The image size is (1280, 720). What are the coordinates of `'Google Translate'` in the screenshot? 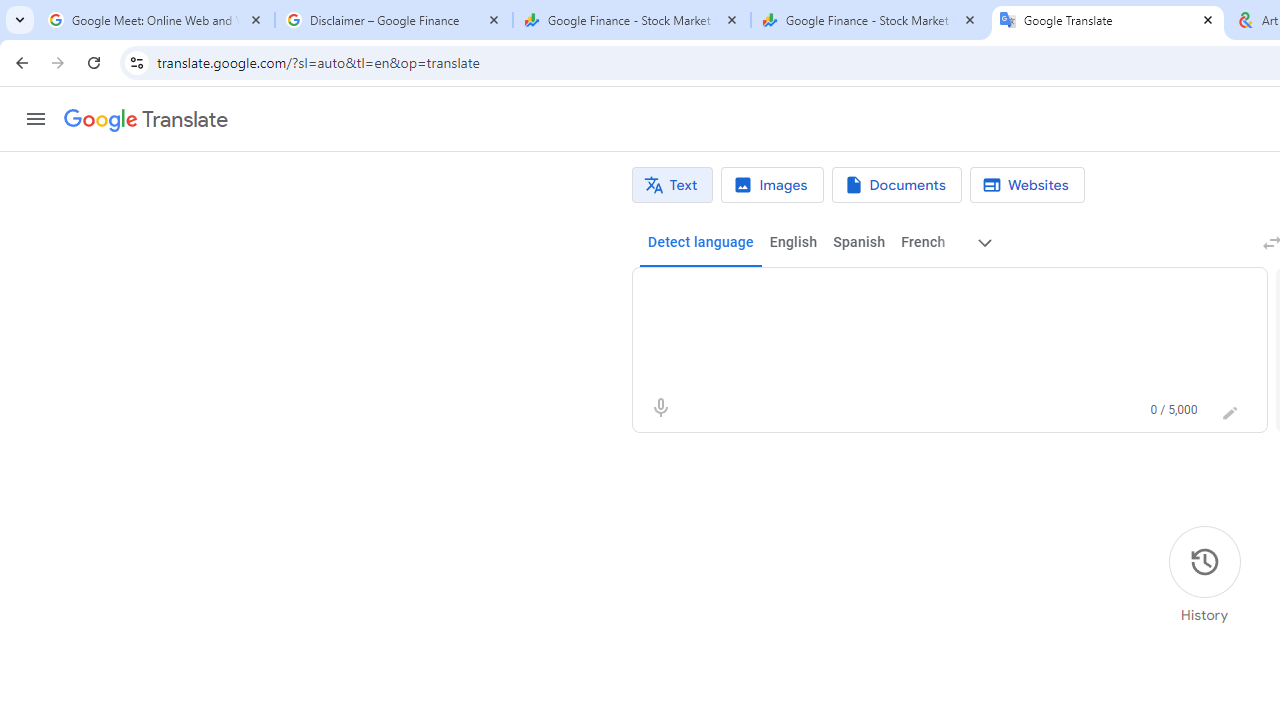 It's located at (144, 120).